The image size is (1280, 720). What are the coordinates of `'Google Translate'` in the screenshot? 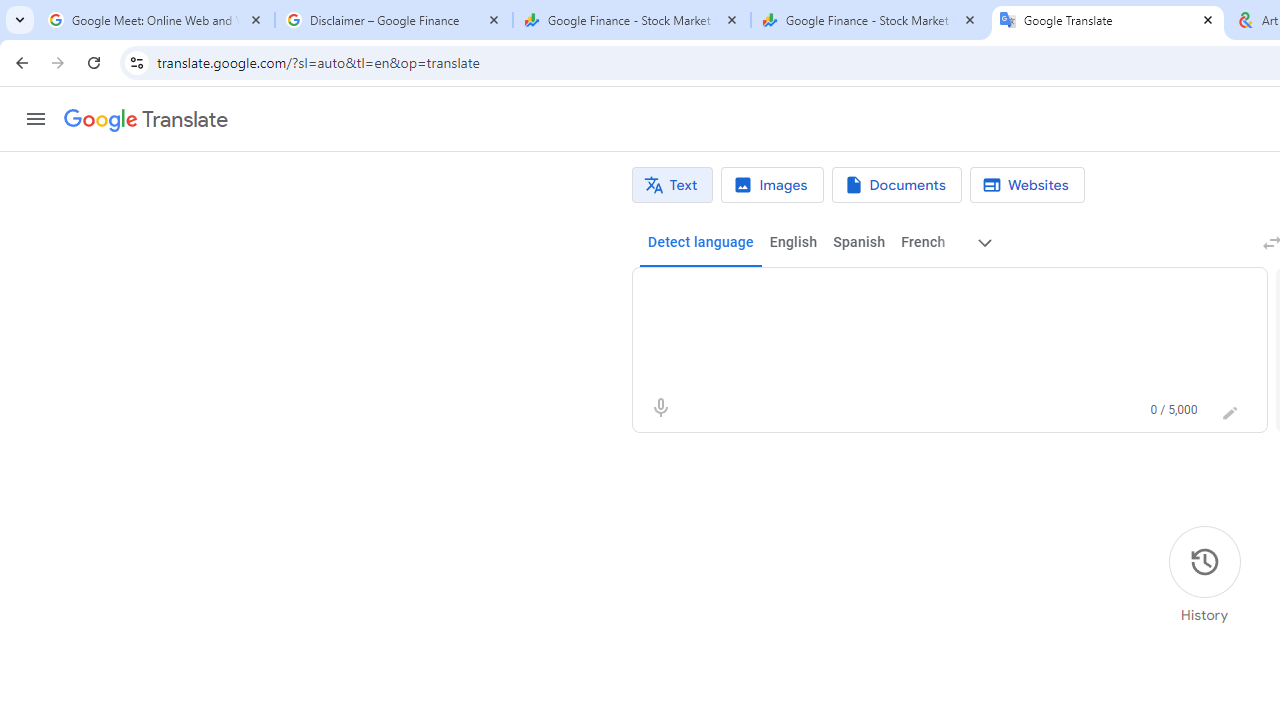 It's located at (144, 120).